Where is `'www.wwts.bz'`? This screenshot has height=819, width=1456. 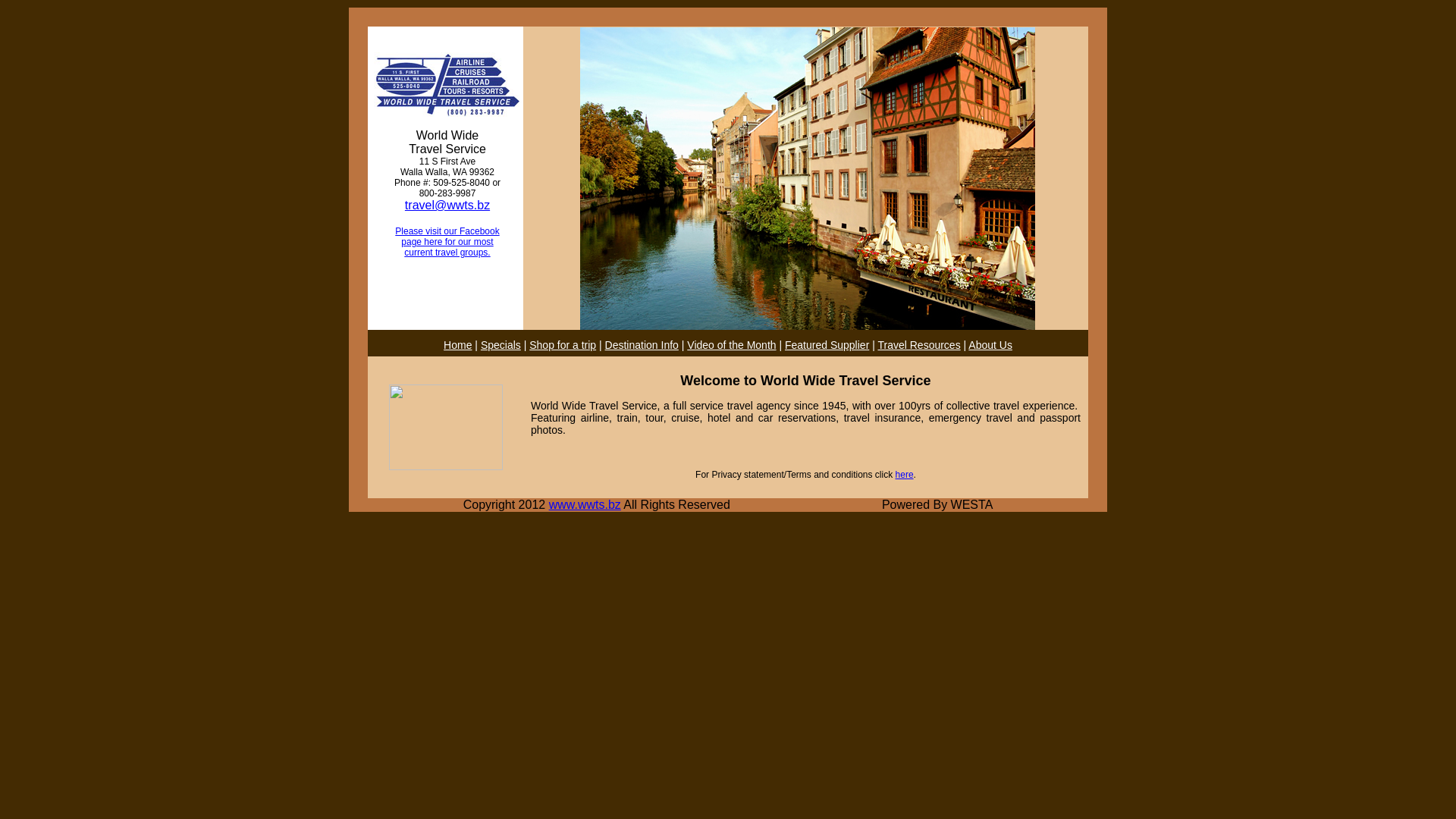
'www.wwts.bz' is located at coordinates (548, 504).